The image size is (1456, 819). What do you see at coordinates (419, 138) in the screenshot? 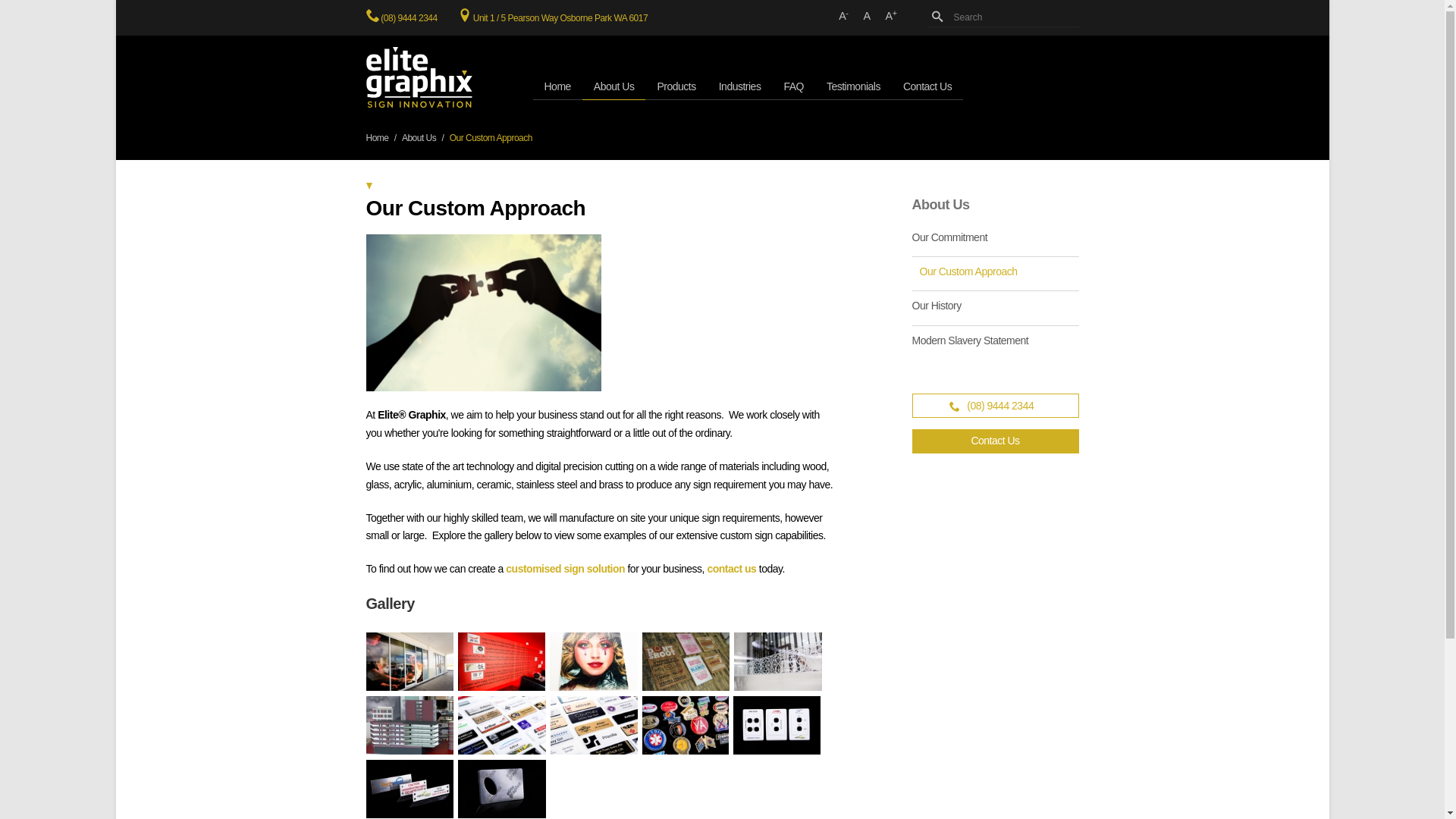
I see `'About Us'` at bounding box center [419, 138].